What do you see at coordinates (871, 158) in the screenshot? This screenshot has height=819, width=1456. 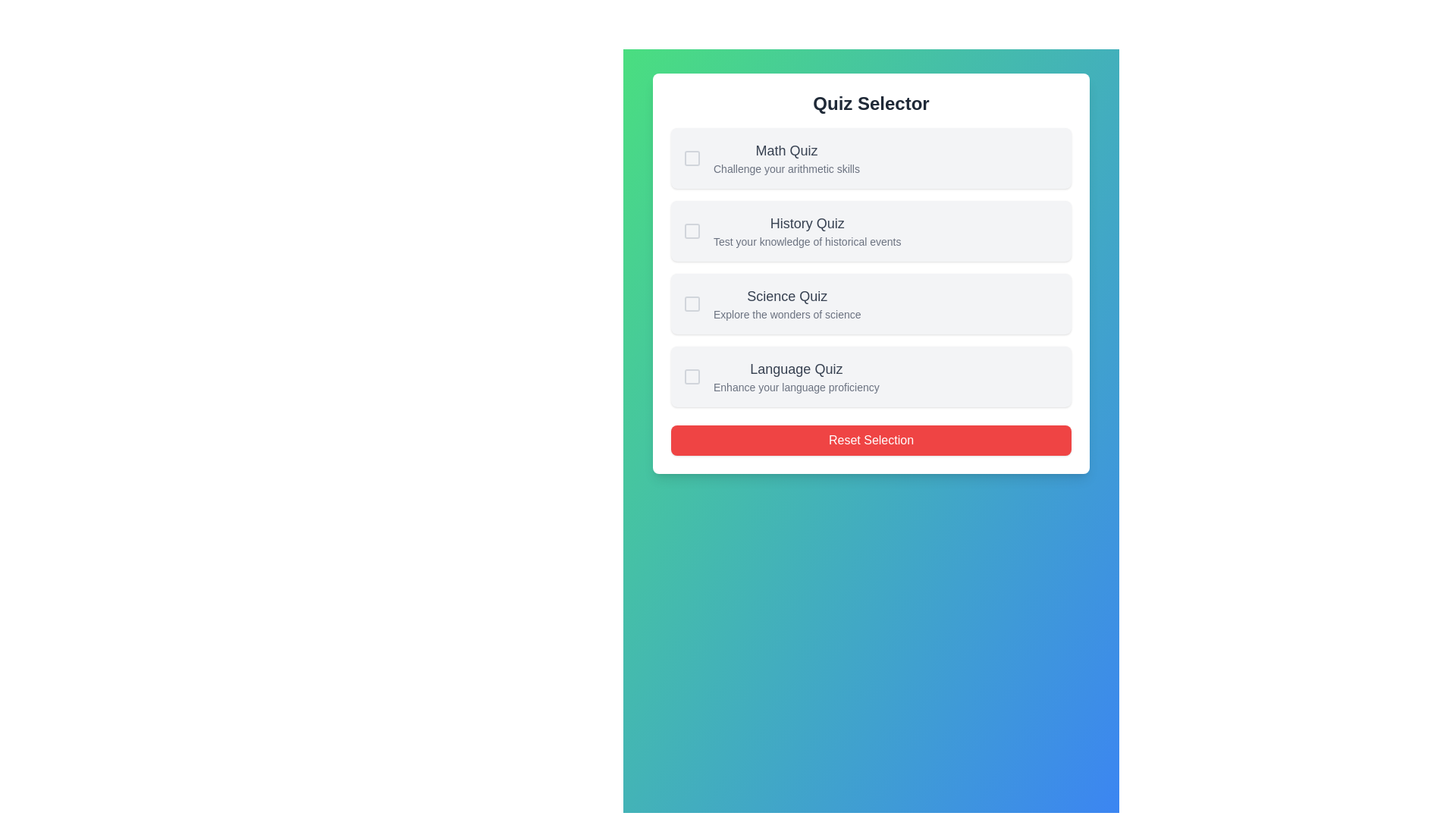 I see `the quiz card for Math Quiz` at bounding box center [871, 158].